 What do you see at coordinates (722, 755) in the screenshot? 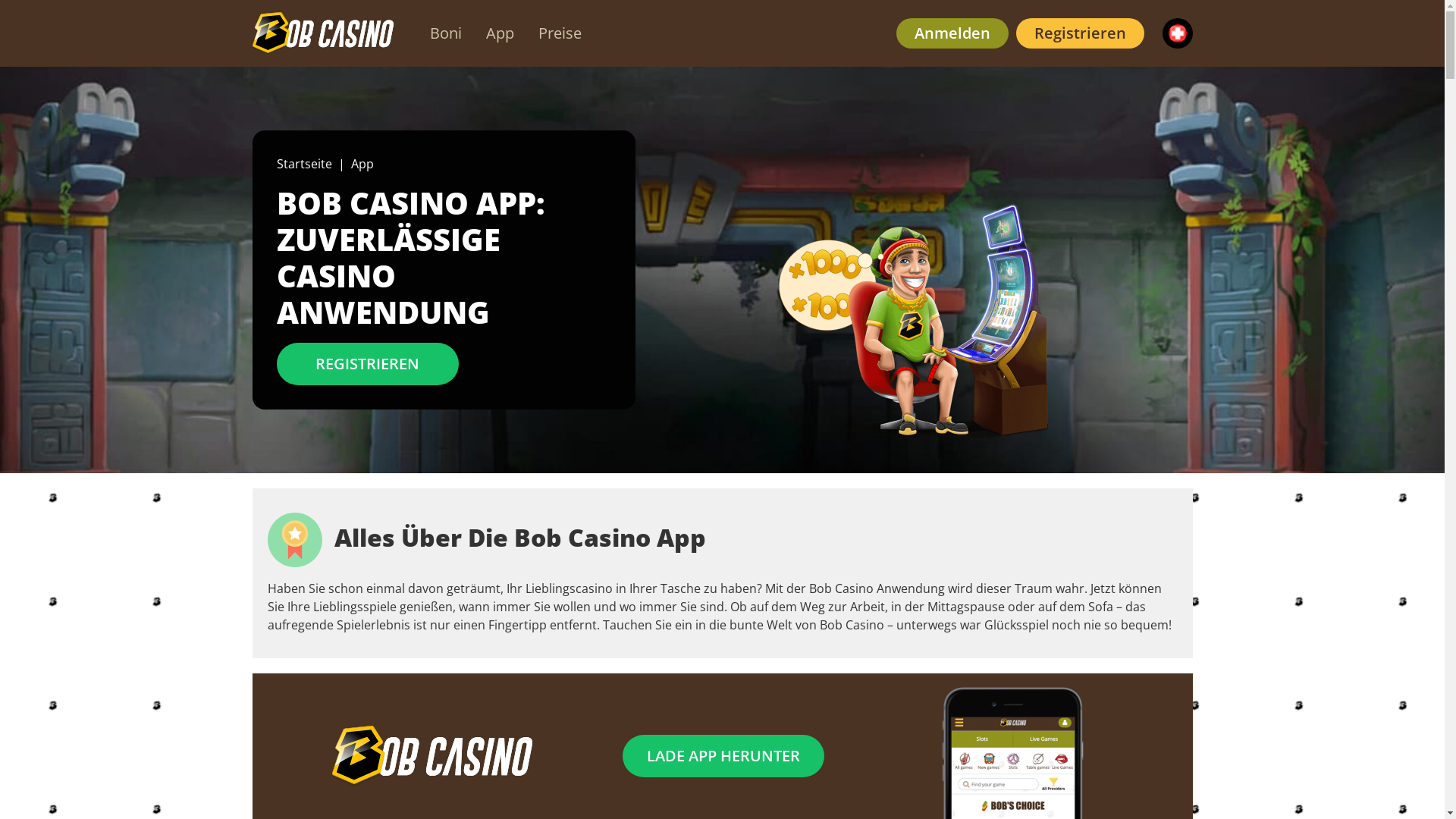
I see `'LADE APP HERUNTER'` at bounding box center [722, 755].